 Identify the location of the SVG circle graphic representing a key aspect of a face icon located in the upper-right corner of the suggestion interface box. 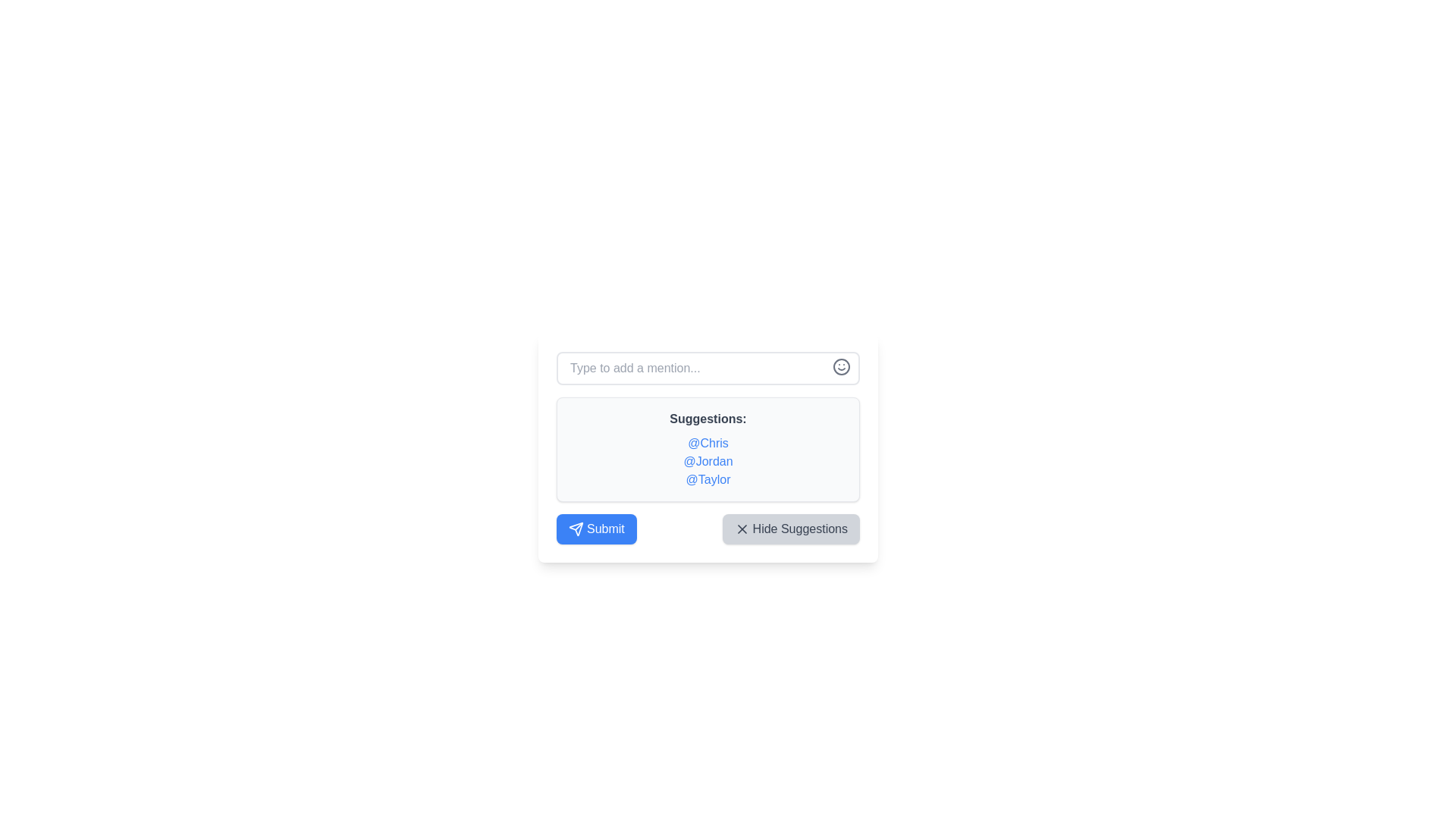
(840, 366).